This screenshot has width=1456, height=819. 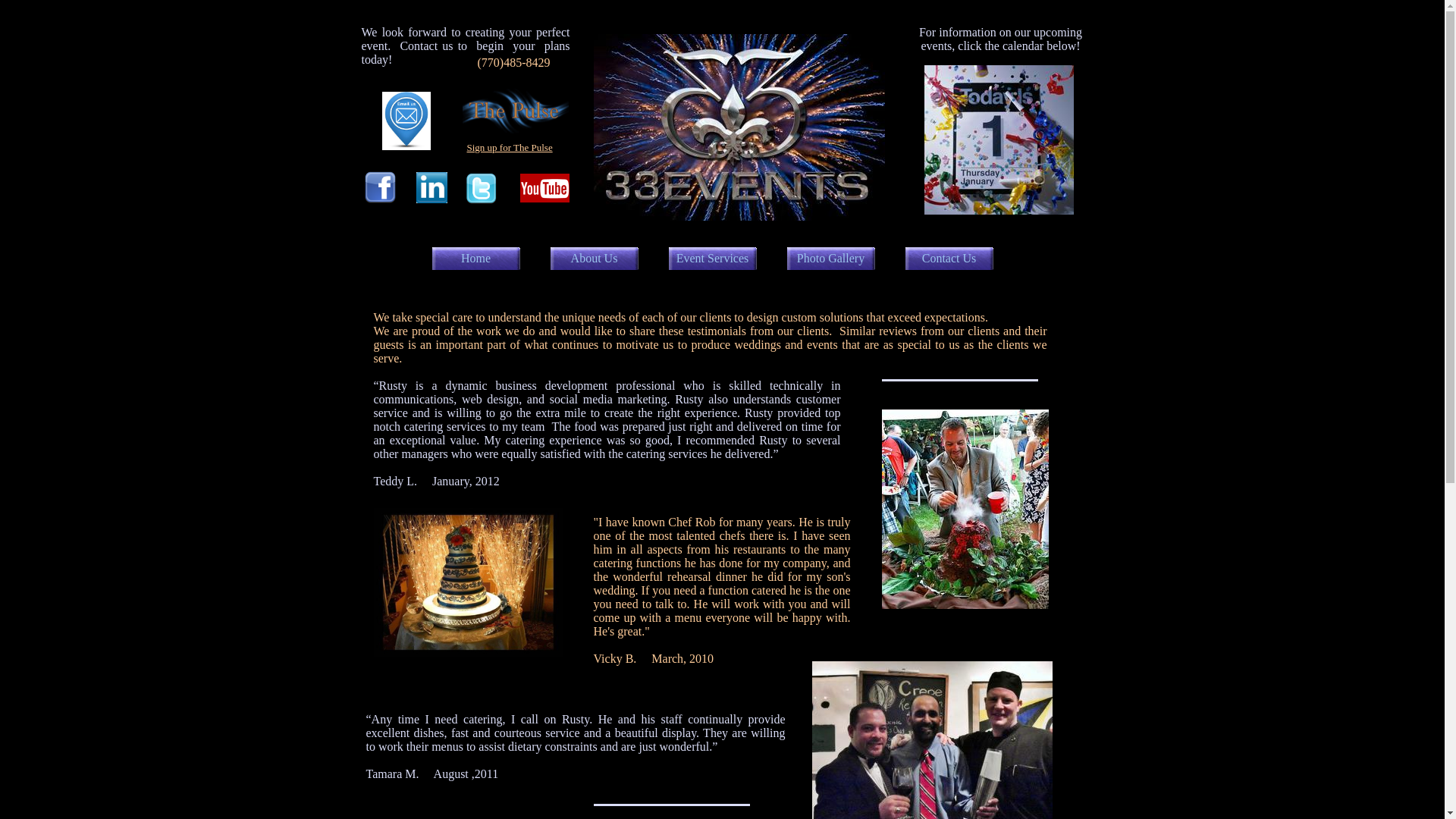 I want to click on 'Contact Us', so click(x=949, y=257).